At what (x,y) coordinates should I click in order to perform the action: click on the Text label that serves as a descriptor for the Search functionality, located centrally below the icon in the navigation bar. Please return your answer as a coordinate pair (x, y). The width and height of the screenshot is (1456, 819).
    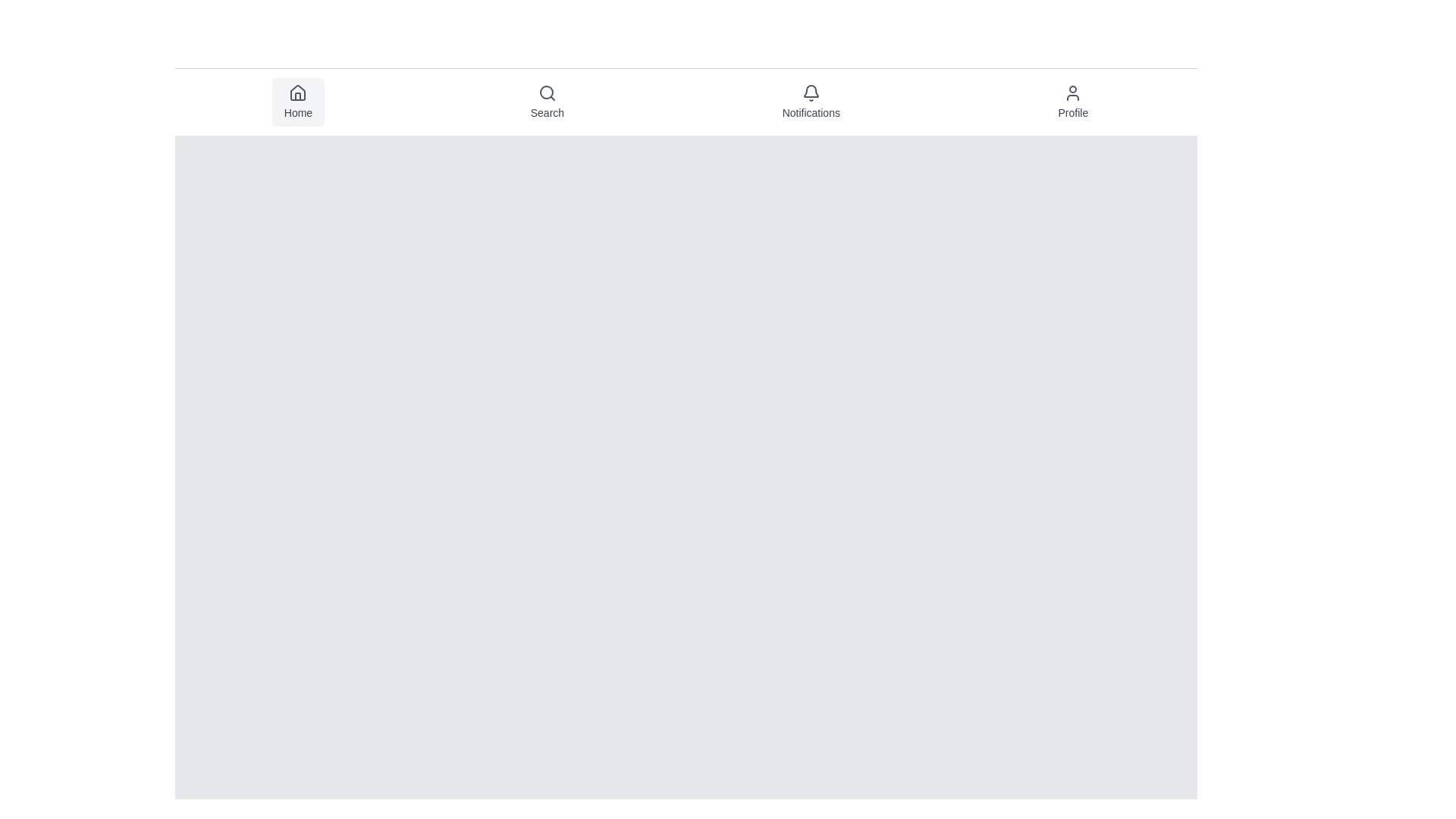
    Looking at the image, I should click on (546, 112).